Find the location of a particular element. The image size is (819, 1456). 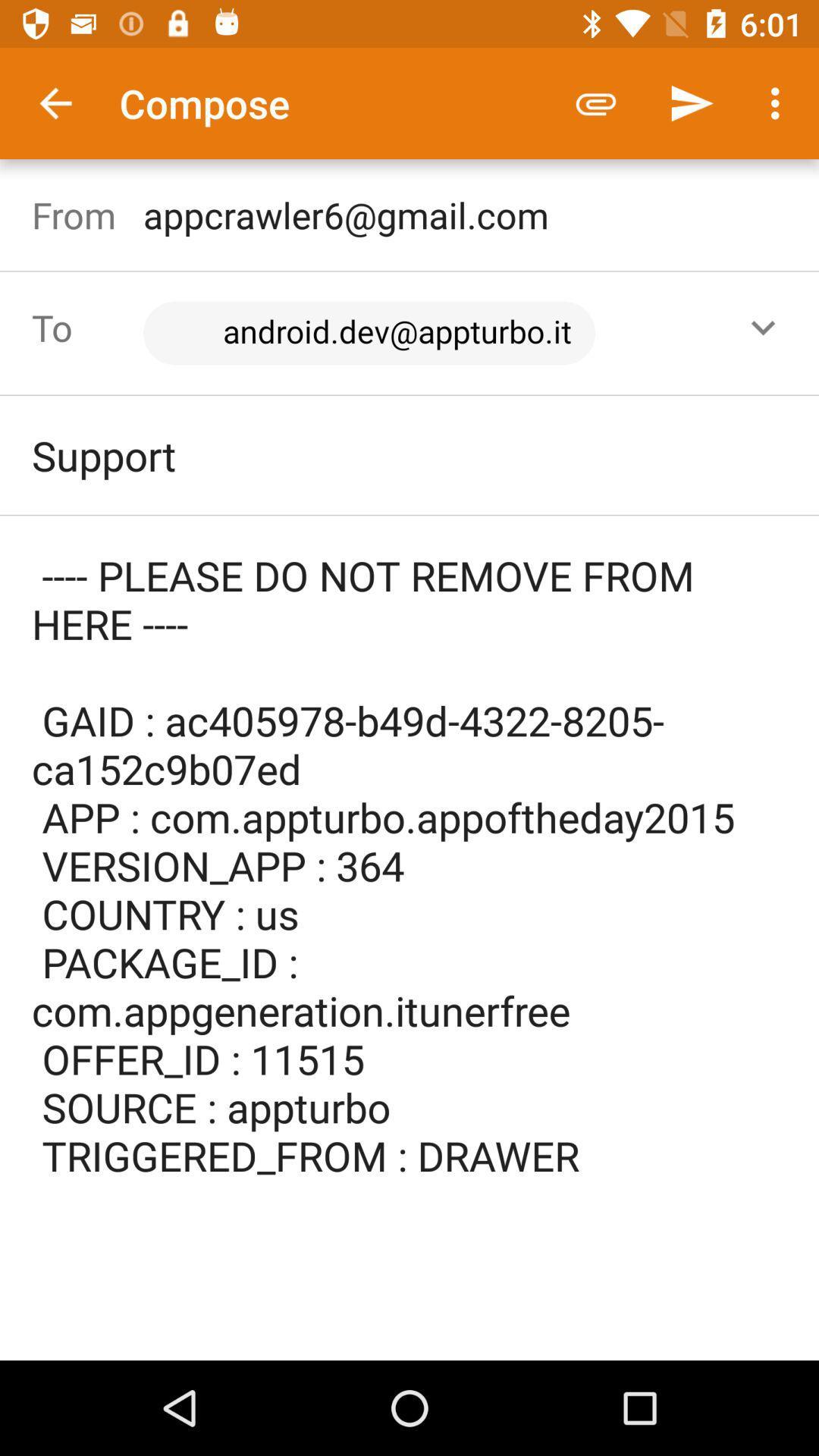

support item is located at coordinates (409, 454).